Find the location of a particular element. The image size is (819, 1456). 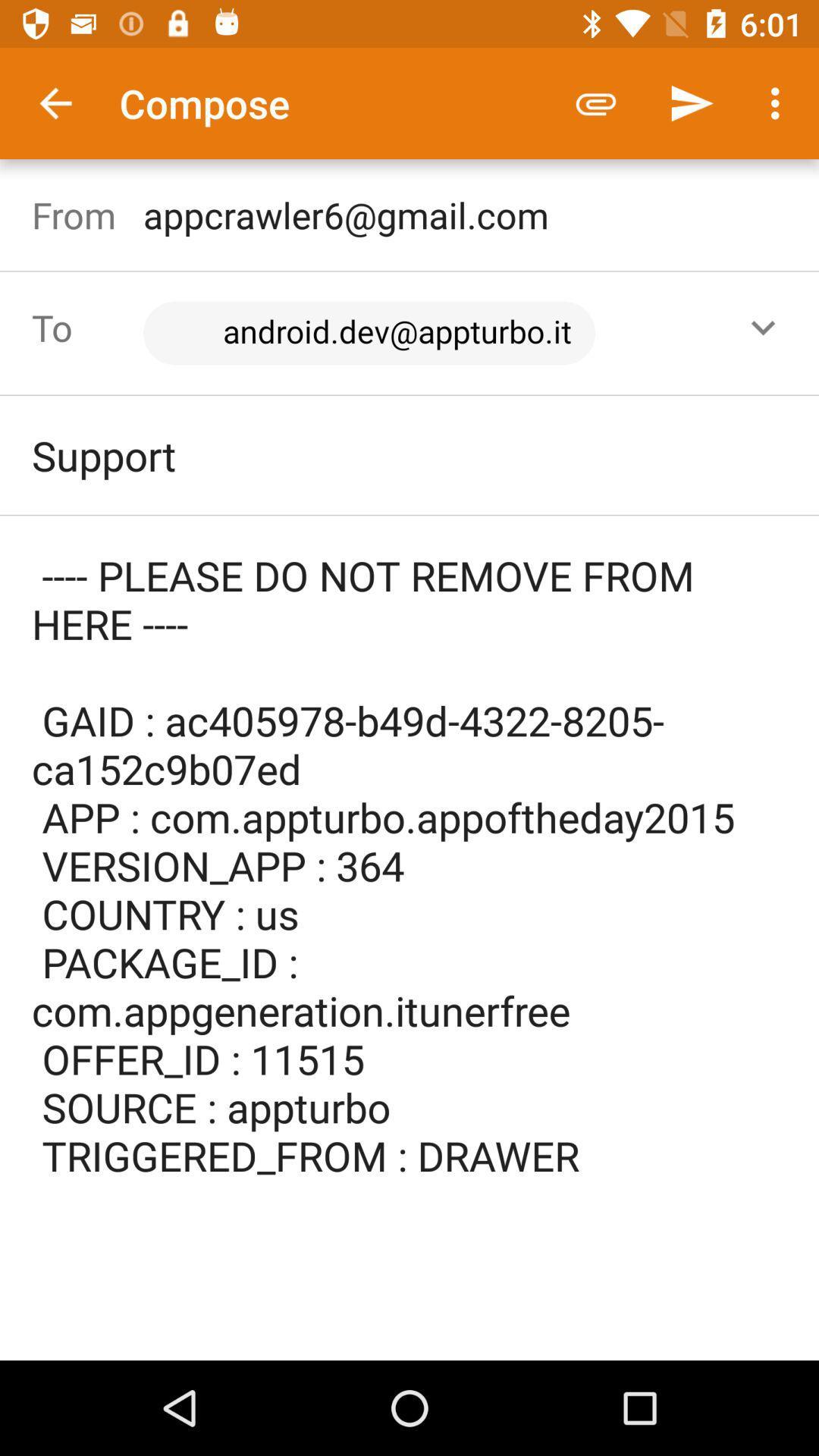

support item is located at coordinates (409, 454).